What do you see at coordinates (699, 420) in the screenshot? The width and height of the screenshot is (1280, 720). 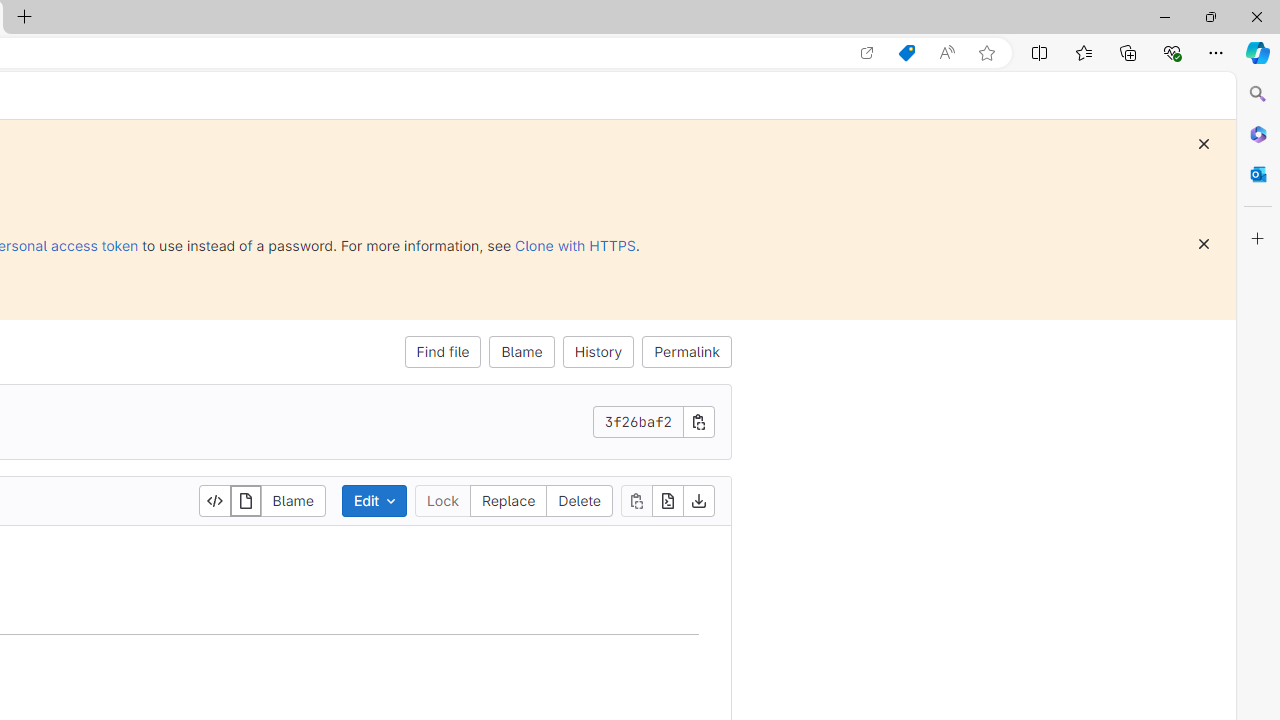 I see `'Copy commit SHA'` at bounding box center [699, 420].